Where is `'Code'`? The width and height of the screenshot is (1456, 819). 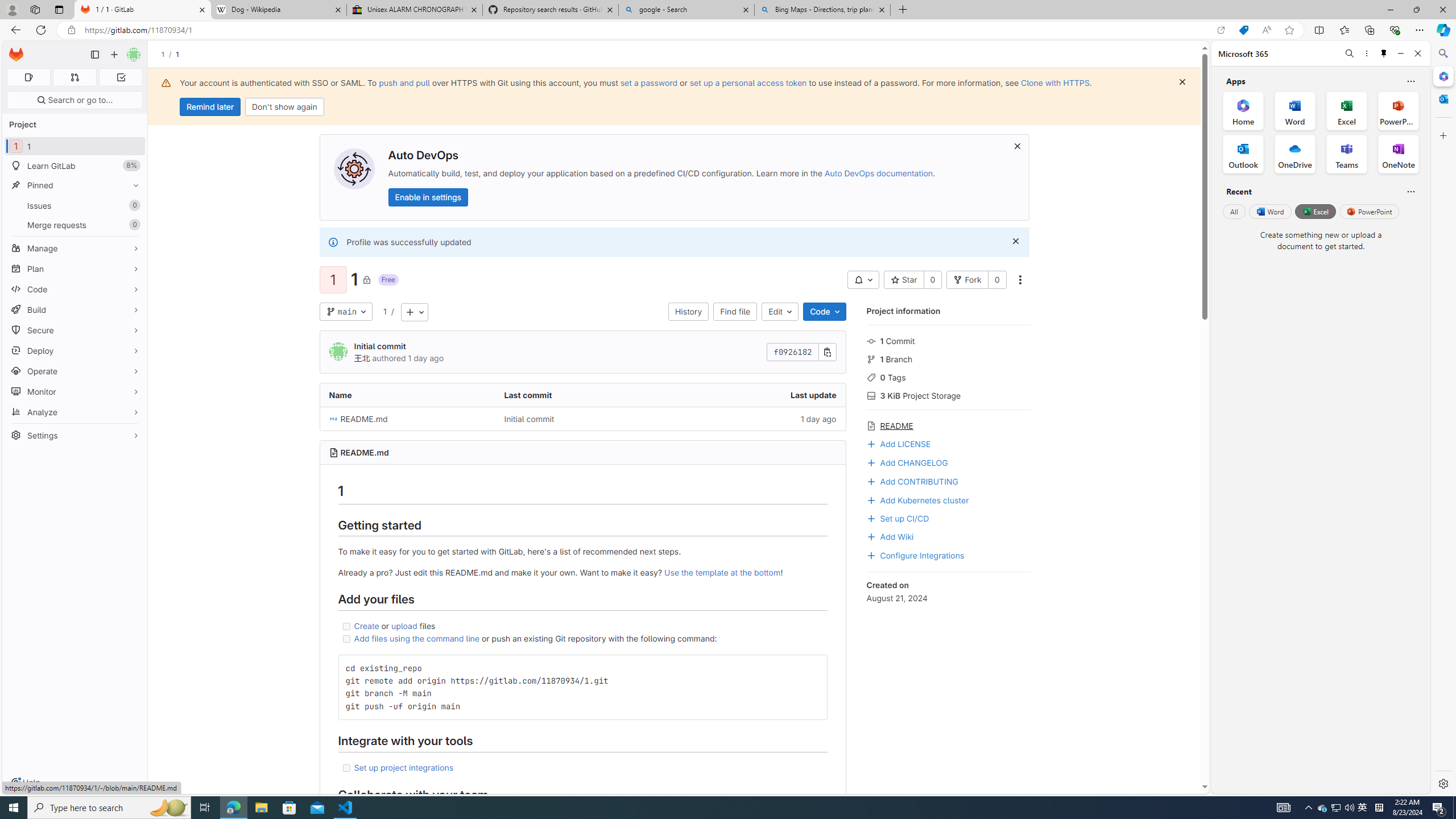 'Code' is located at coordinates (825, 311).